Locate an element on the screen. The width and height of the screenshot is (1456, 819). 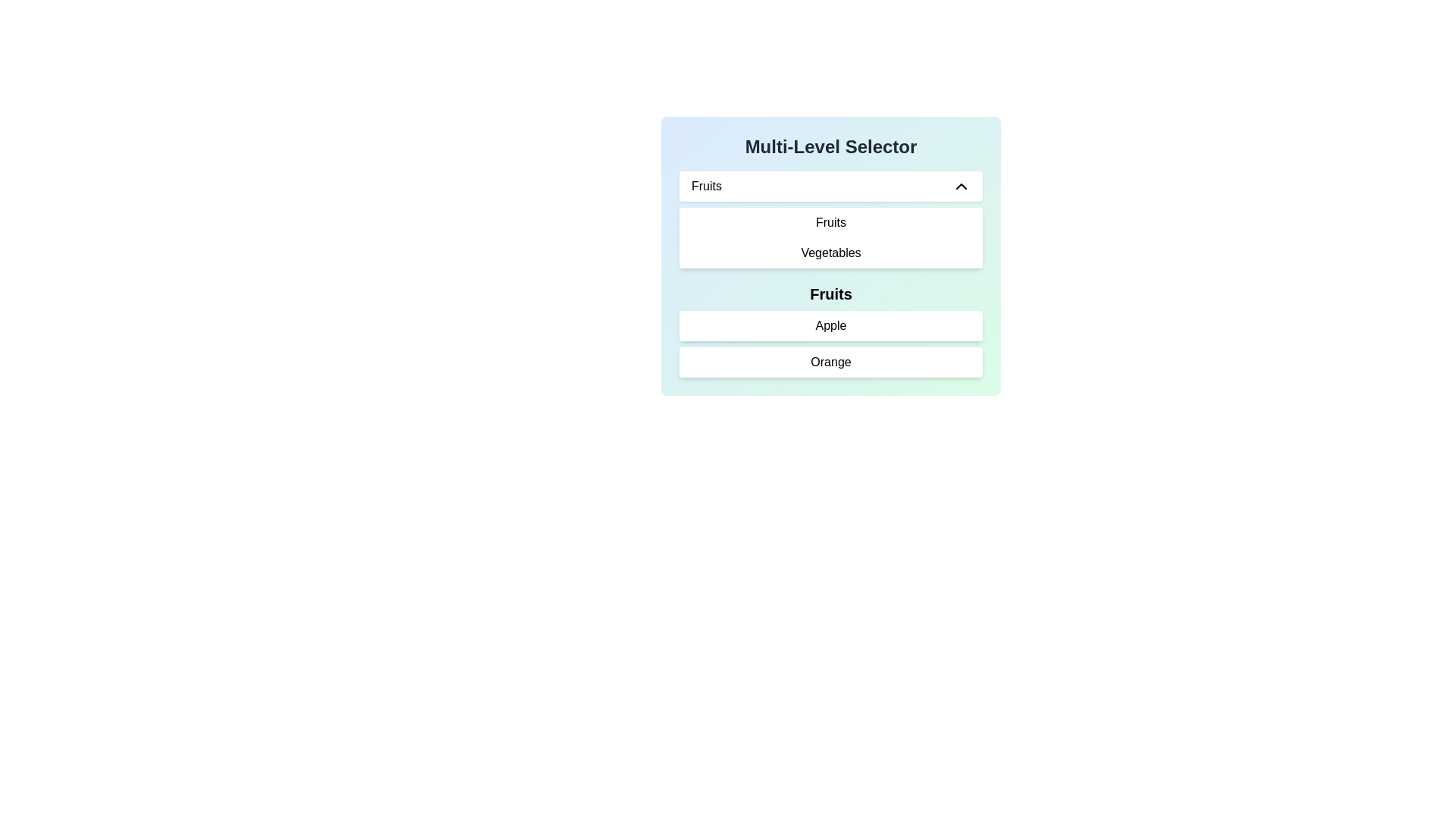
the 'Vegetables' selectable list item located under the 'Fruits' label is located at coordinates (830, 253).